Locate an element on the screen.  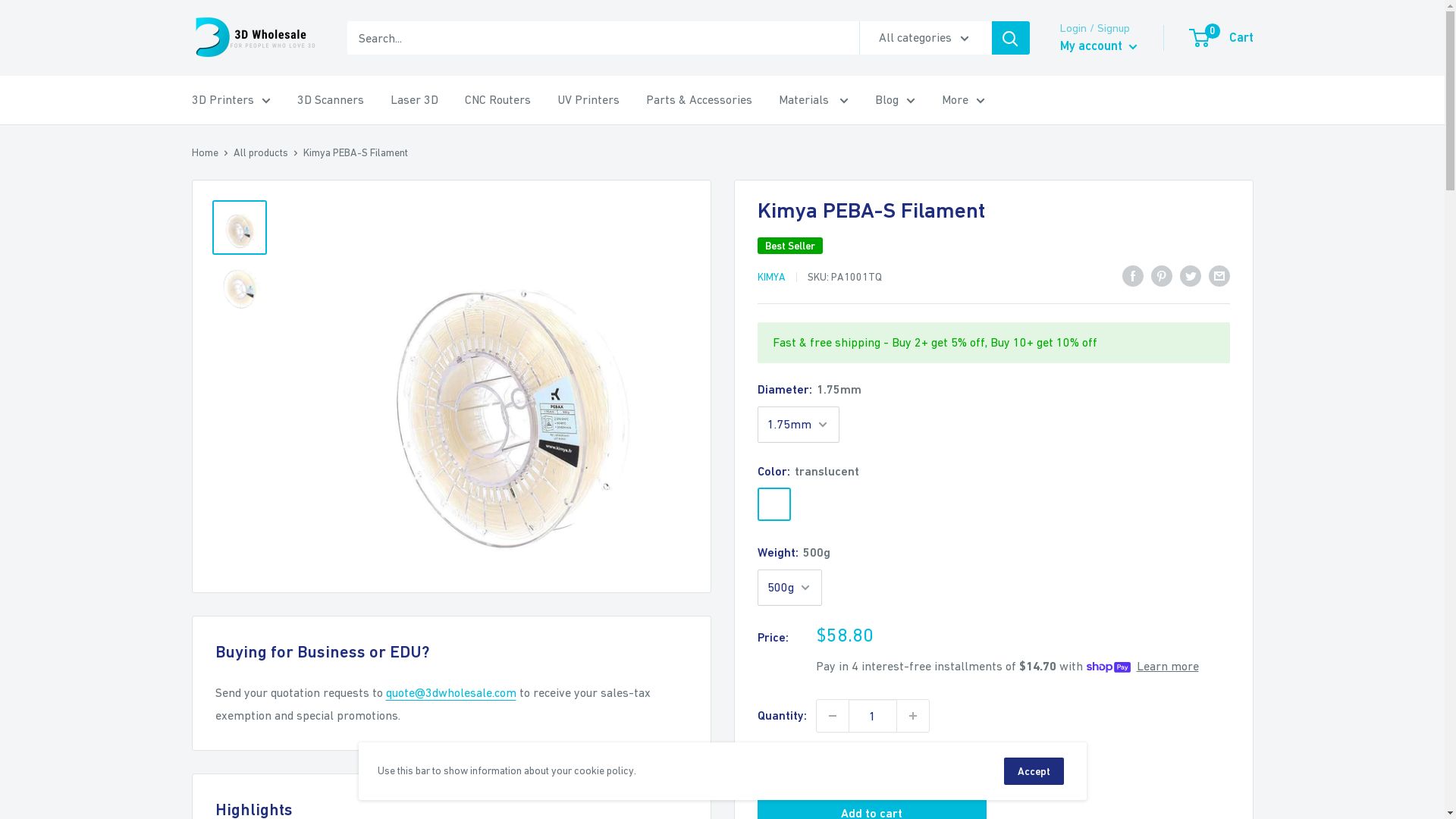
'Decrease quantity by 1' is located at coordinates (831, 716).